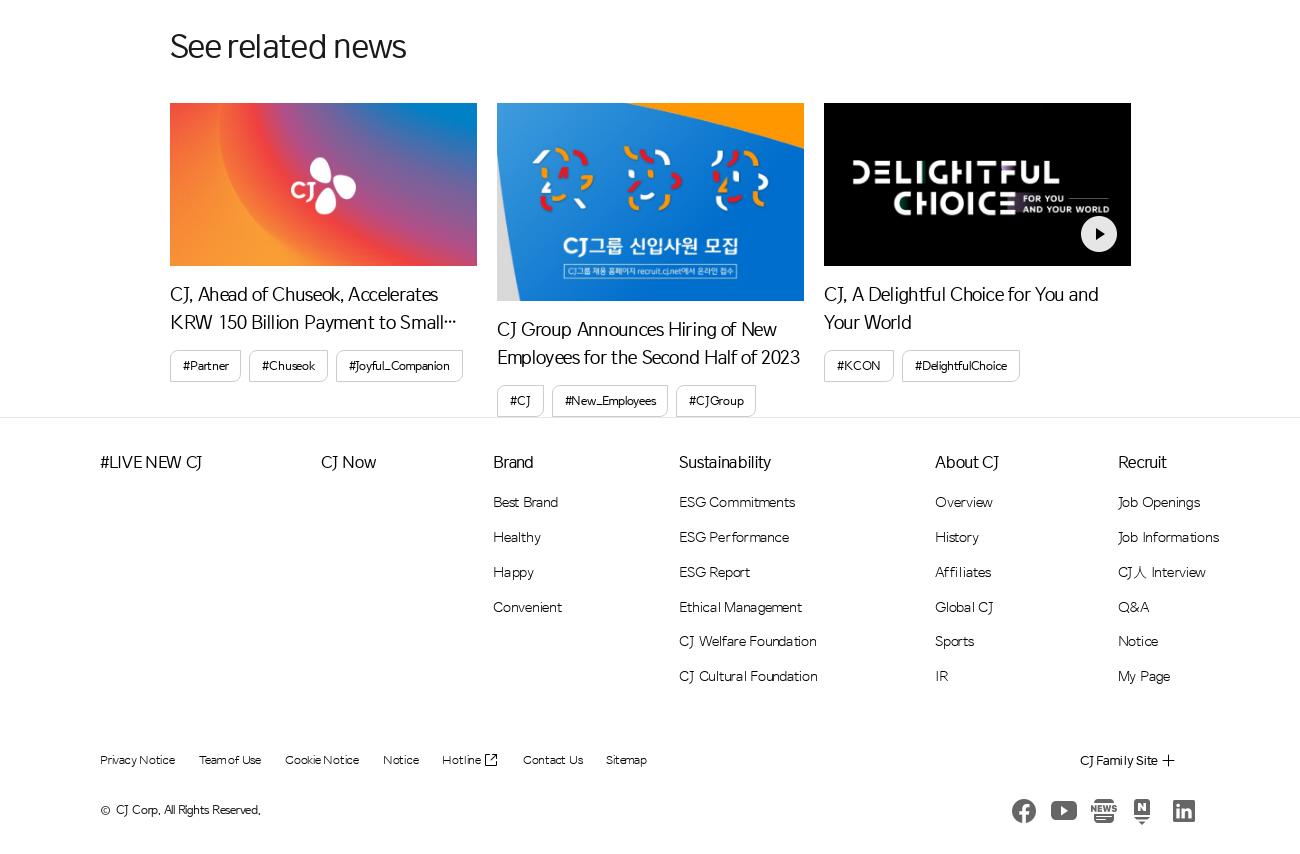  What do you see at coordinates (520, 400) in the screenshot?
I see `'#CJ'` at bounding box center [520, 400].